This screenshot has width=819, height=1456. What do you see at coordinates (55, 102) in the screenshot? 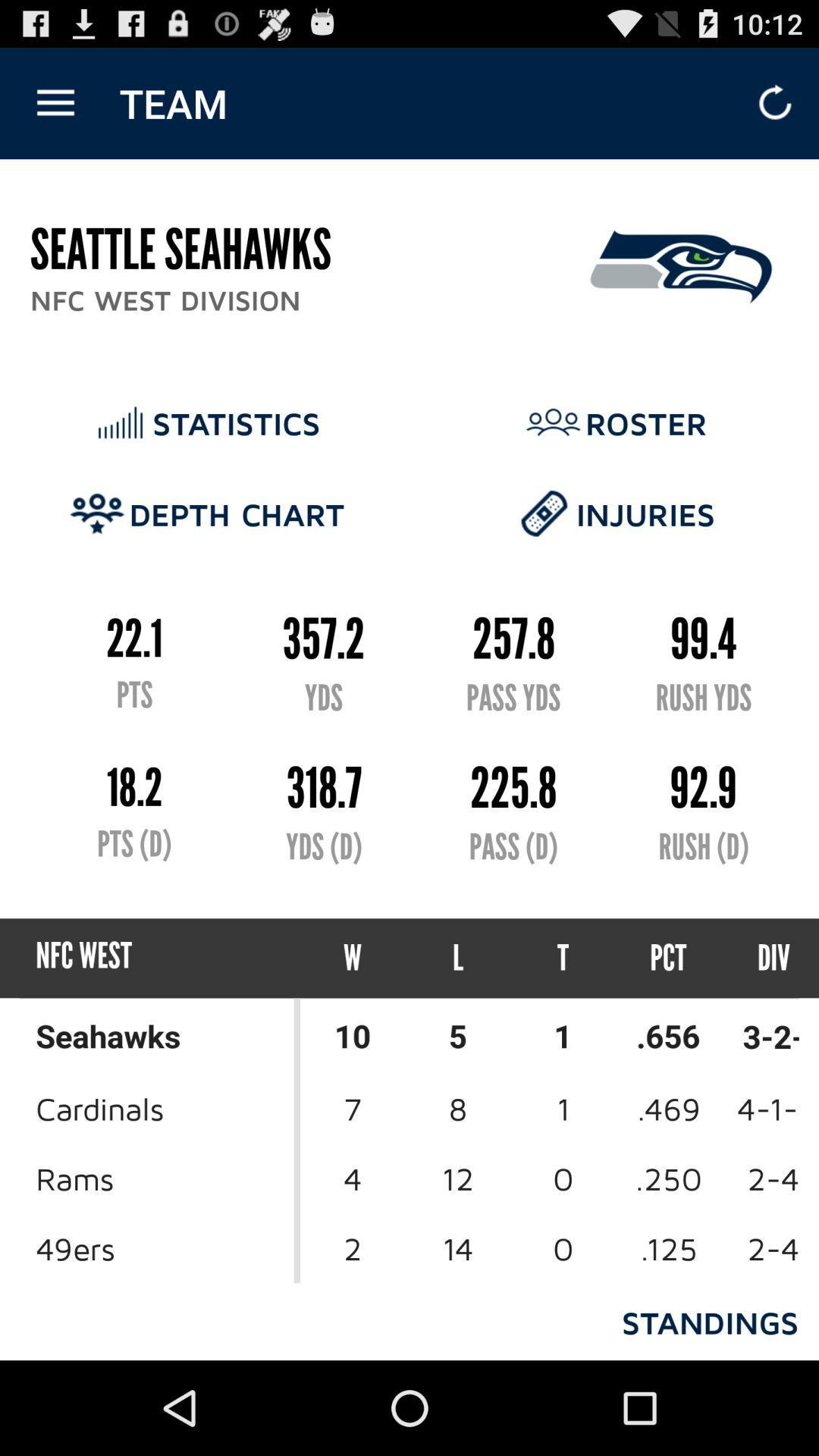
I see `item above the seattle seahawks icon` at bounding box center [55, 102].